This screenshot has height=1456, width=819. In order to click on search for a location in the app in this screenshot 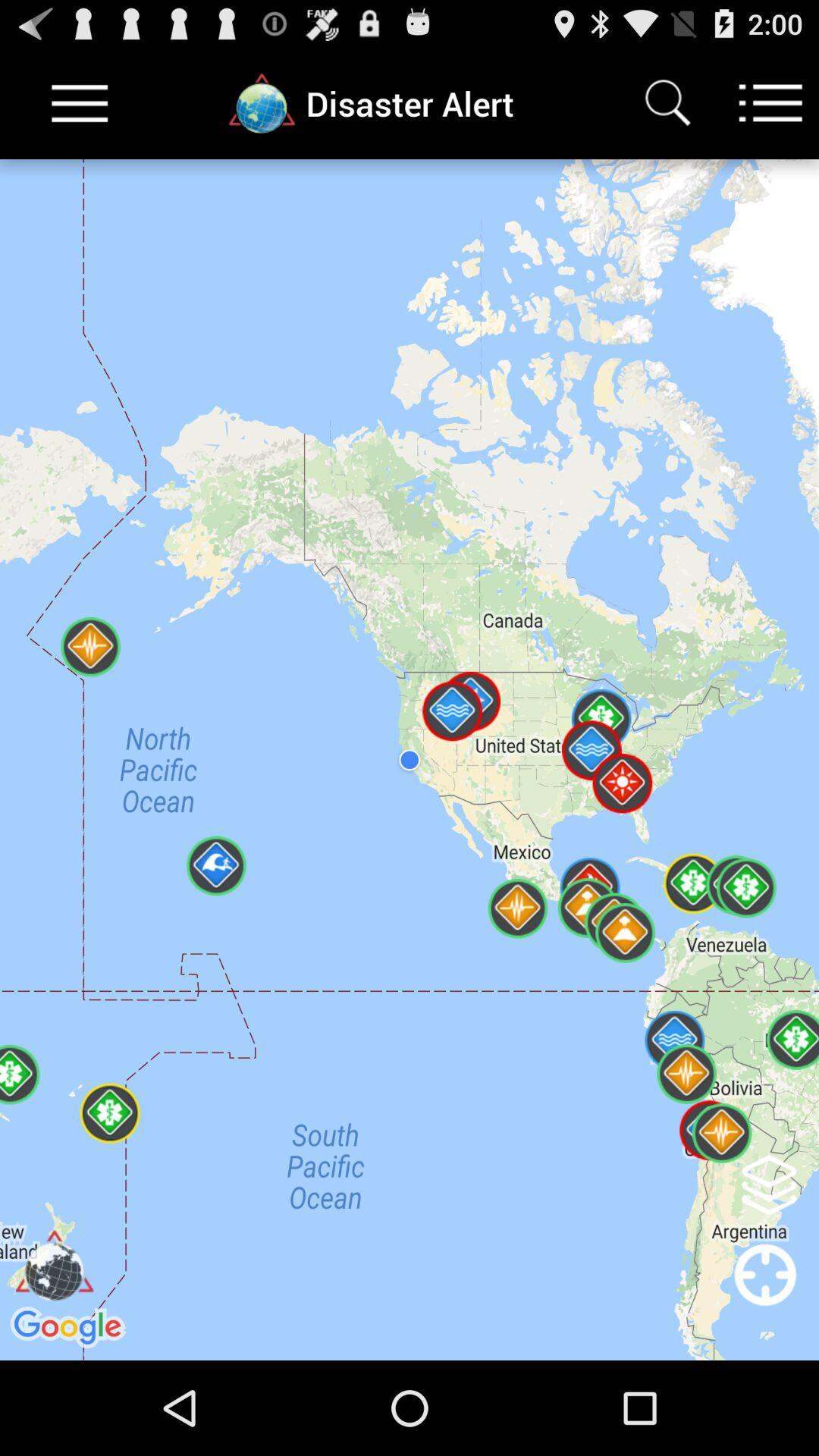, I will do `click(667, 102)`.